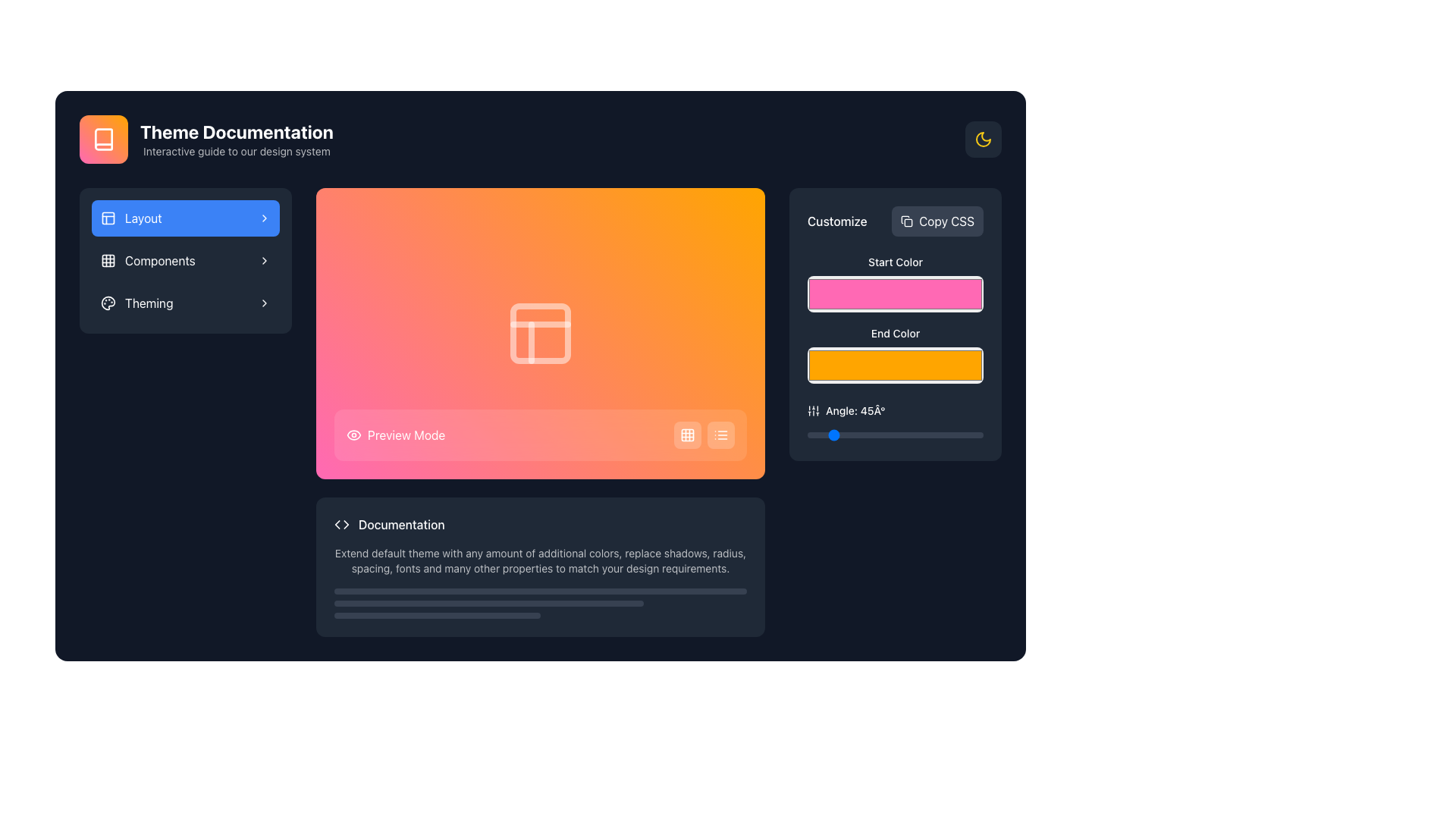 The image size is (1456, 819). What do you see at coordinates (937, 221) in the screenshot?
I see `the 'Copy CSS' button located in the top-right corner of the 'Customize' section, adjacent to the label text 'Customize' to trigger hover effects` at bounding box center [937, 221].